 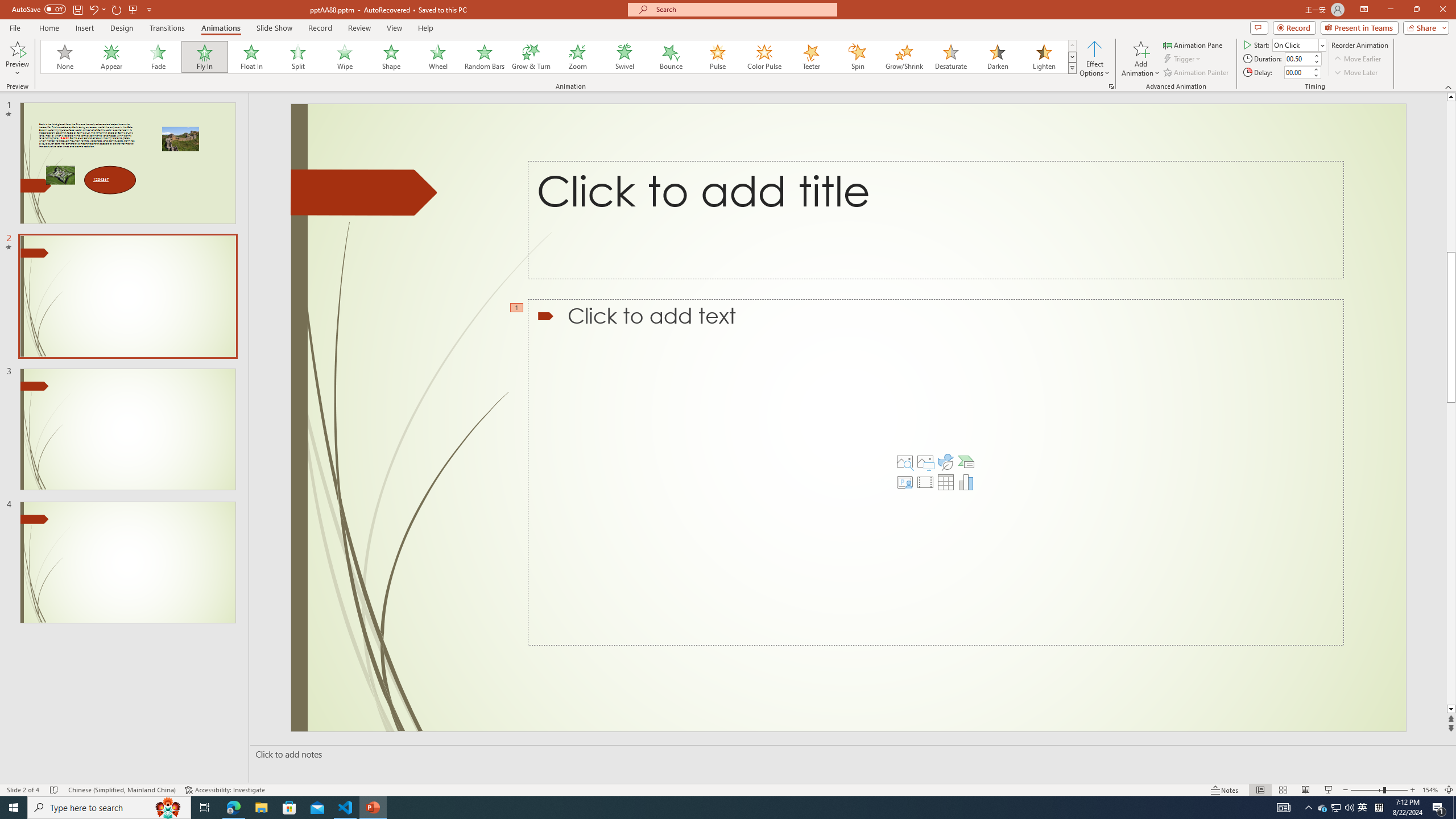 What do you see at coordinates (204, 56) in the screenshot?
I see `'Fly In'` at bounding box center [204, 56].